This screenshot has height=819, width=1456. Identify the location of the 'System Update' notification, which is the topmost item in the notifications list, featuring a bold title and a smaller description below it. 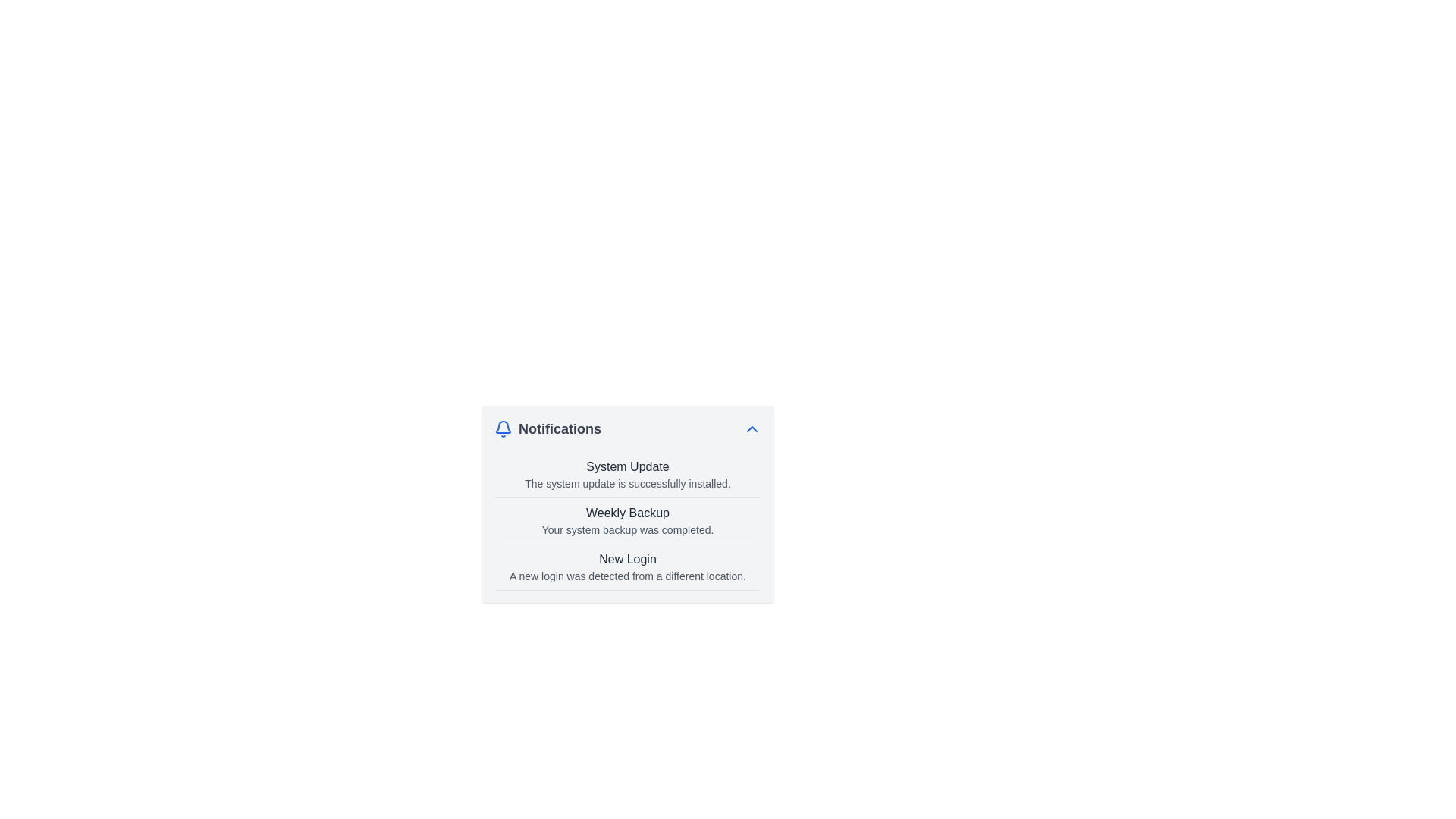
(628, 473).